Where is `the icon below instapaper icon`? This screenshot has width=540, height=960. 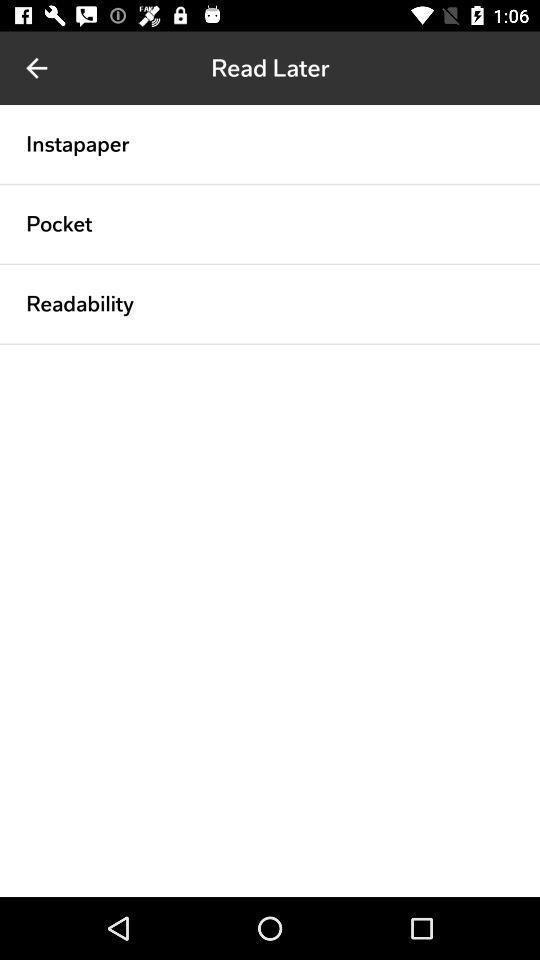
the icon below instapaper icon is located at coordinates (270, 184).